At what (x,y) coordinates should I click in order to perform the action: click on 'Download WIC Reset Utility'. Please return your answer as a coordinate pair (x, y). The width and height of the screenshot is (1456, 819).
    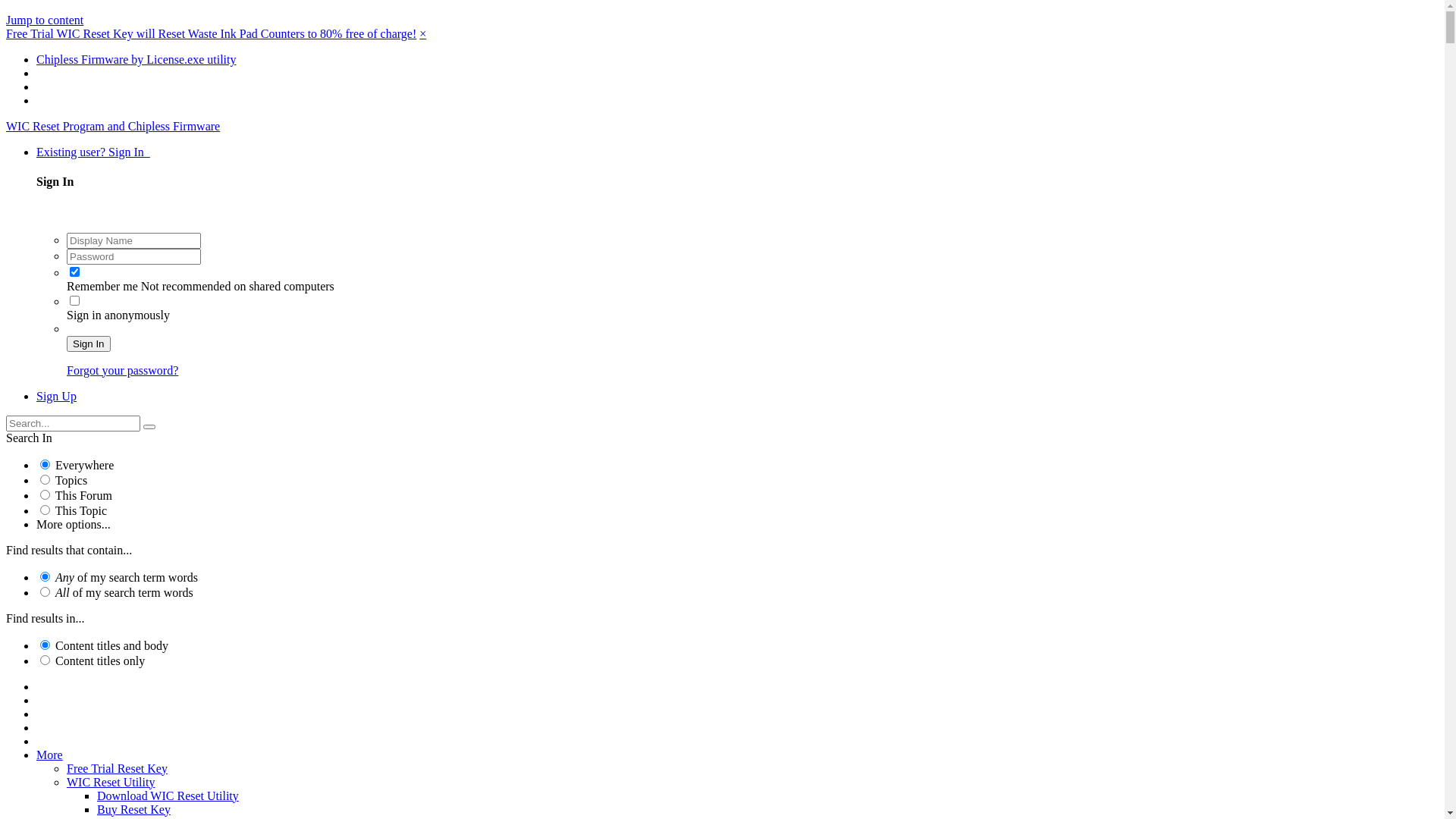
    Looking at the image, I should click on (96, 795).